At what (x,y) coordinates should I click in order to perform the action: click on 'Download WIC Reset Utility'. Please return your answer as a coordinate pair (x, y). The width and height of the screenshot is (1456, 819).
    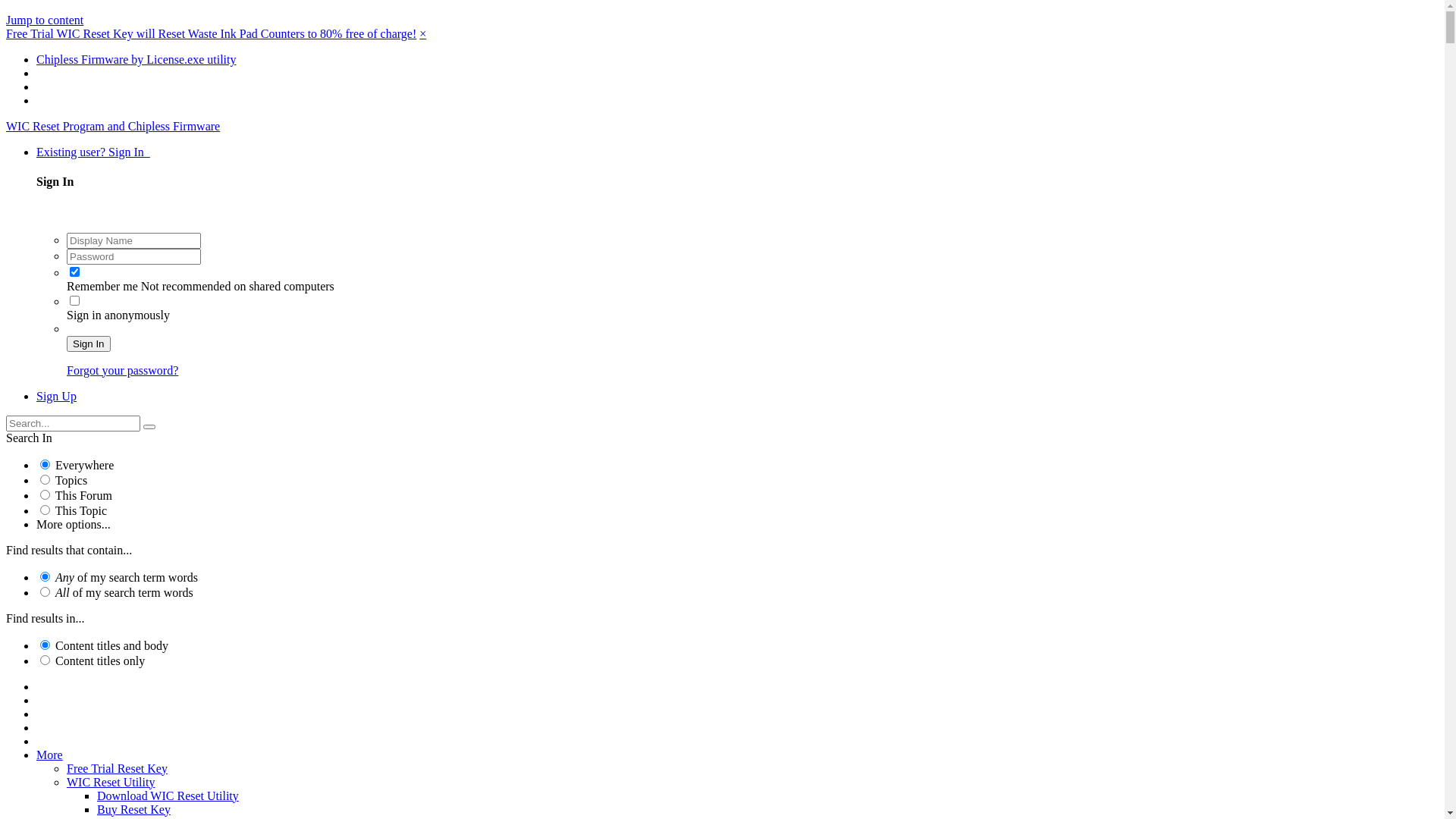
    Looking at the image, I should click on (96, 795).